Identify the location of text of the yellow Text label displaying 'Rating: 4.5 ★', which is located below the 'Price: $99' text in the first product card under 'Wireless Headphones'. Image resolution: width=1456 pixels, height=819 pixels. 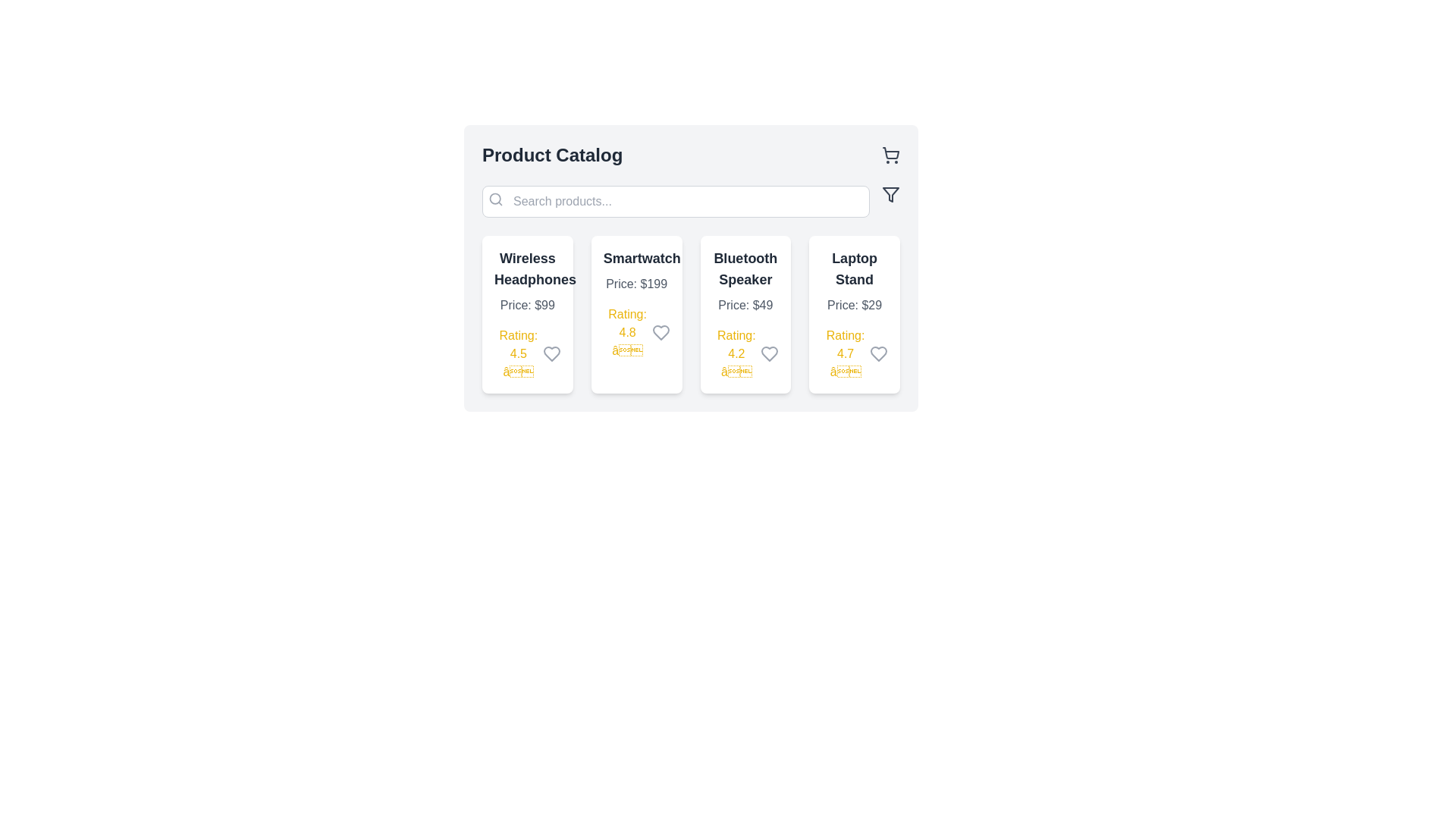
(518, 353).